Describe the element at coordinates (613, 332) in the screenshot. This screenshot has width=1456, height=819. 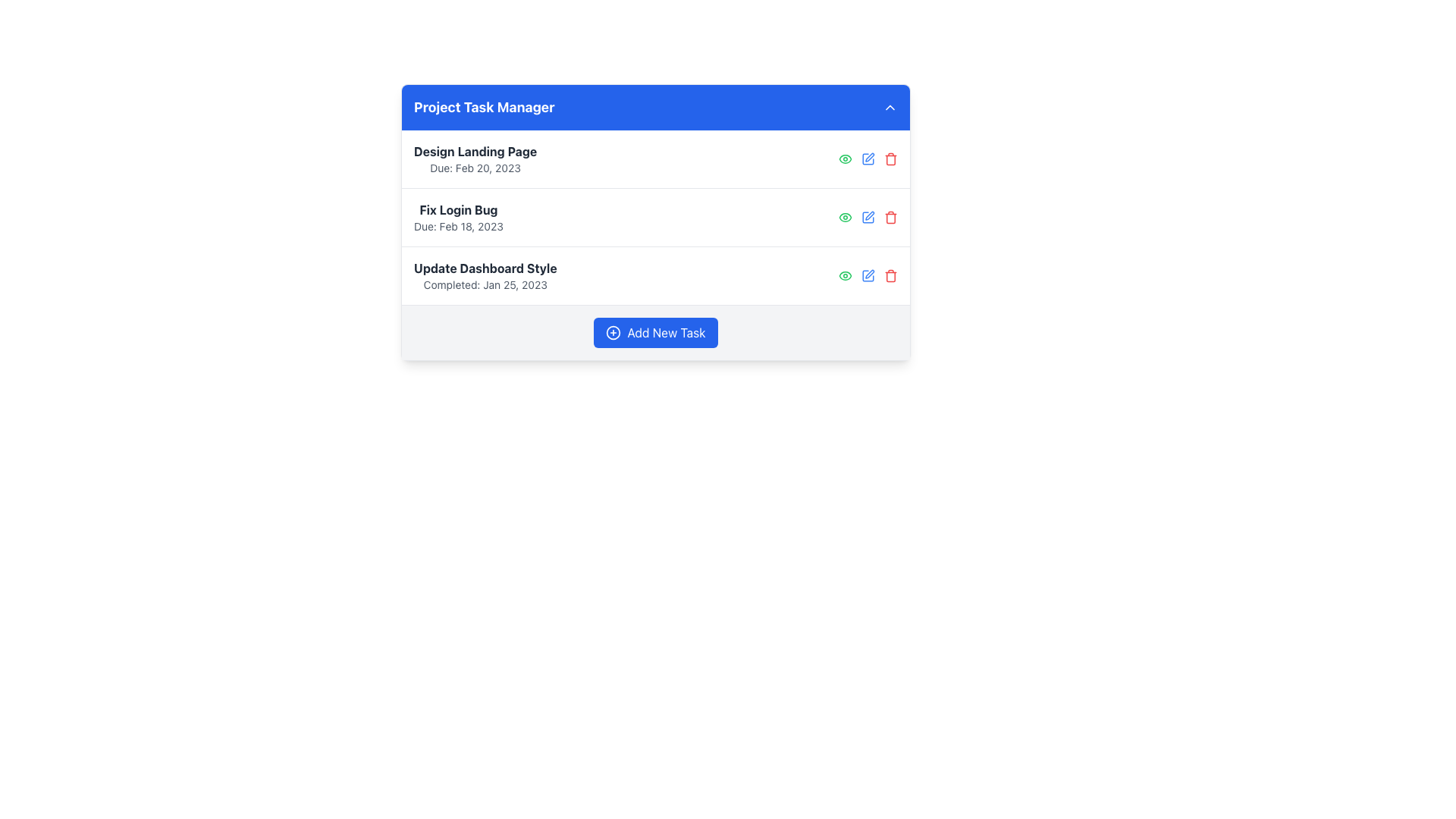
I see `the blue circular SVG graphic which is part of the 'Add New Task' button located at the bottom of the task list card` at that location.